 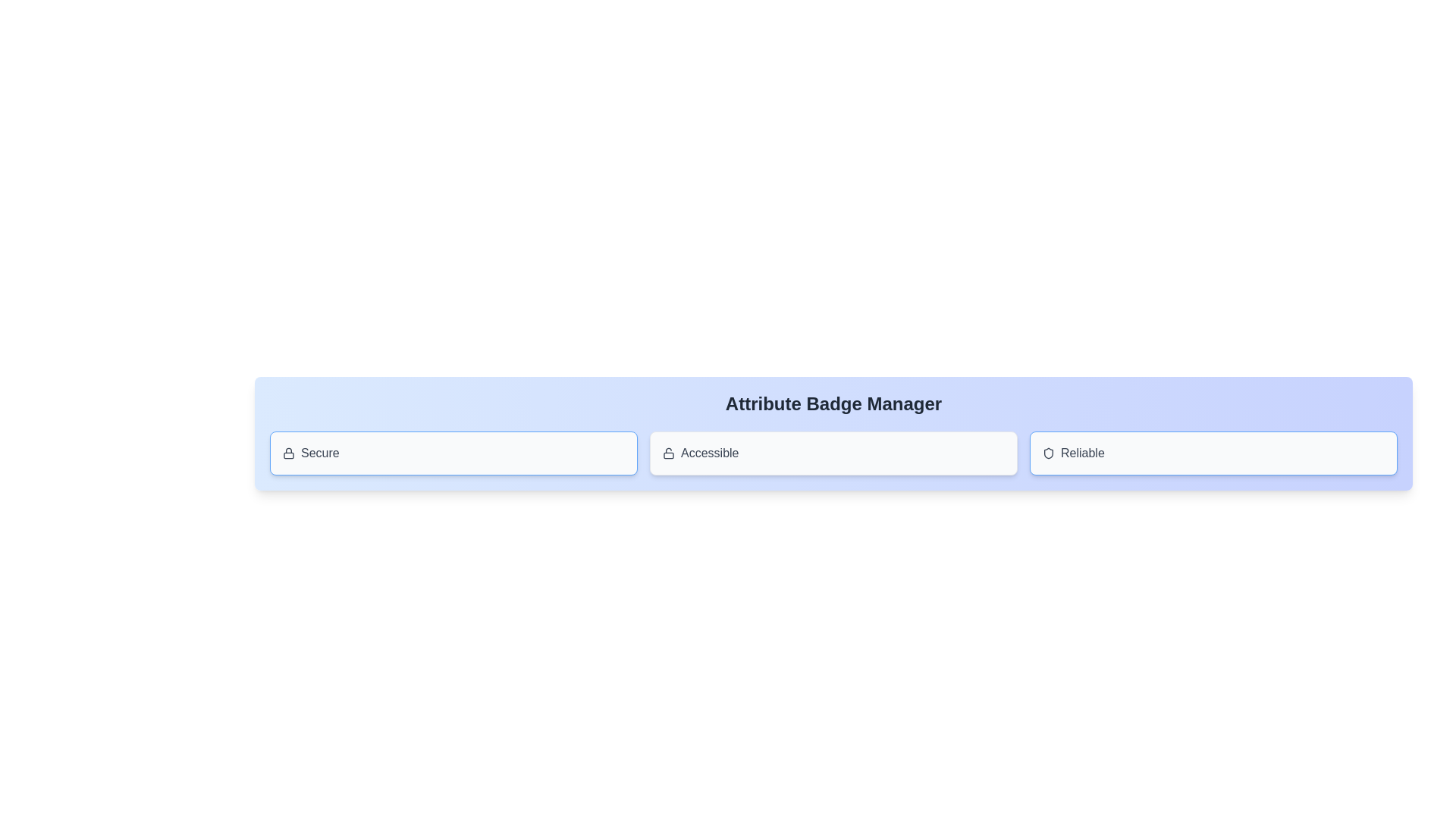 What do you see at coordinates (453, 452) in the screenshot?
I see `the badge labeled Secure to toggle its active state` at bounding box center [453, 452].